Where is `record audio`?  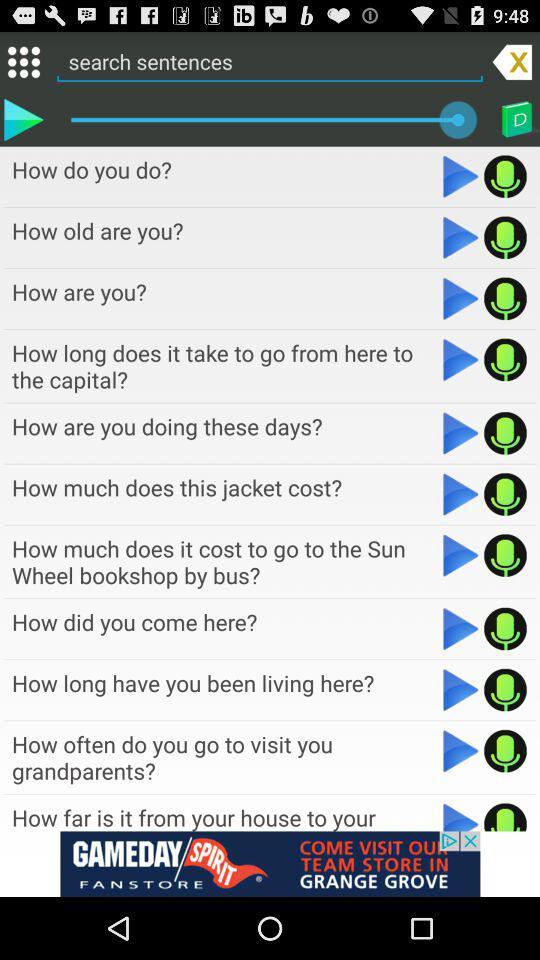 record audio is located at coordinates (504, 555).